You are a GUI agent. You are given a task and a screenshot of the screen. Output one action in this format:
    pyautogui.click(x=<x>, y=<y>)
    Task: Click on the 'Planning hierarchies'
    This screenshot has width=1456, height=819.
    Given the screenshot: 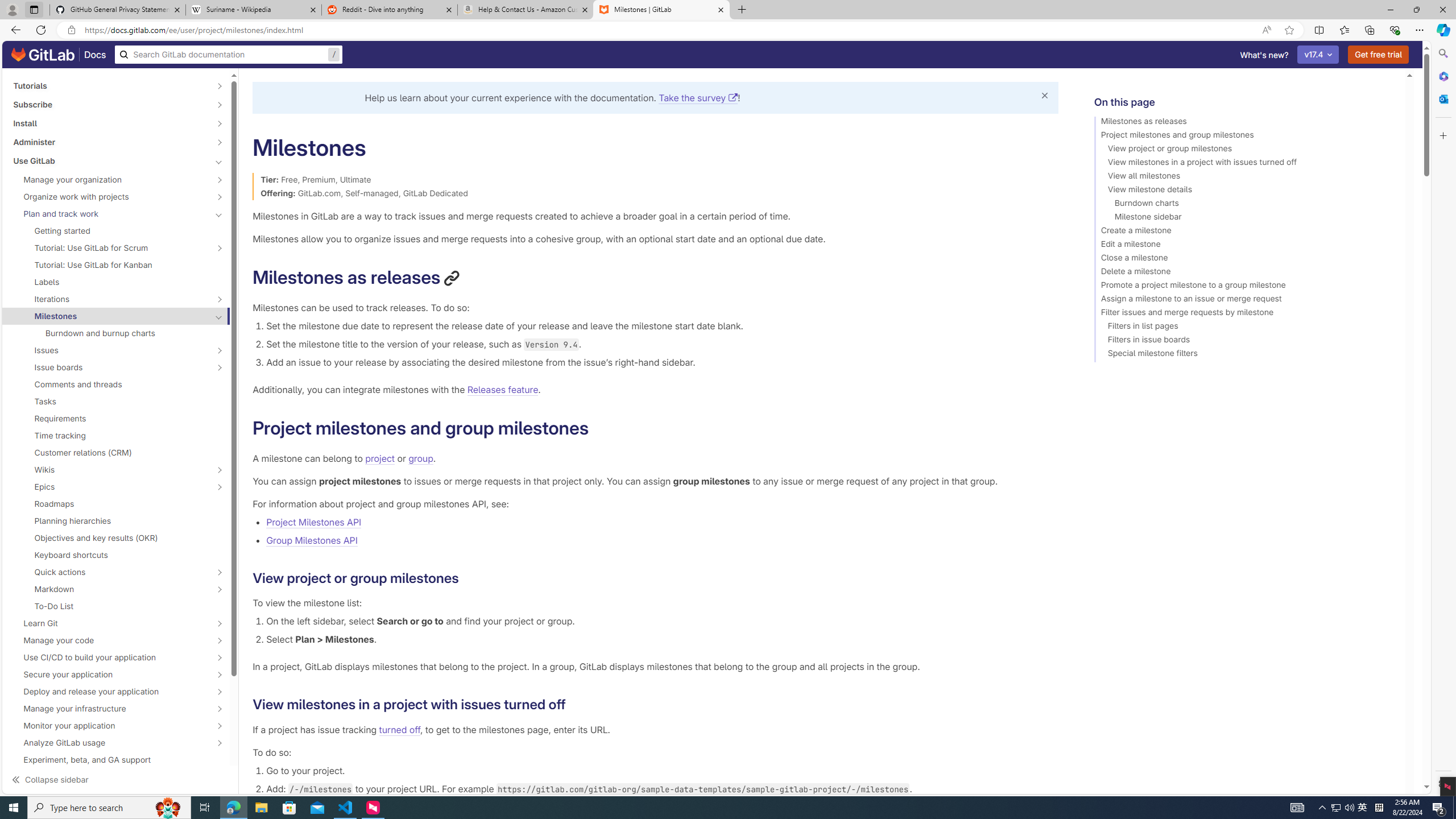 What is the action you would take?
    pyautogui.click(x=115, y=520)
    